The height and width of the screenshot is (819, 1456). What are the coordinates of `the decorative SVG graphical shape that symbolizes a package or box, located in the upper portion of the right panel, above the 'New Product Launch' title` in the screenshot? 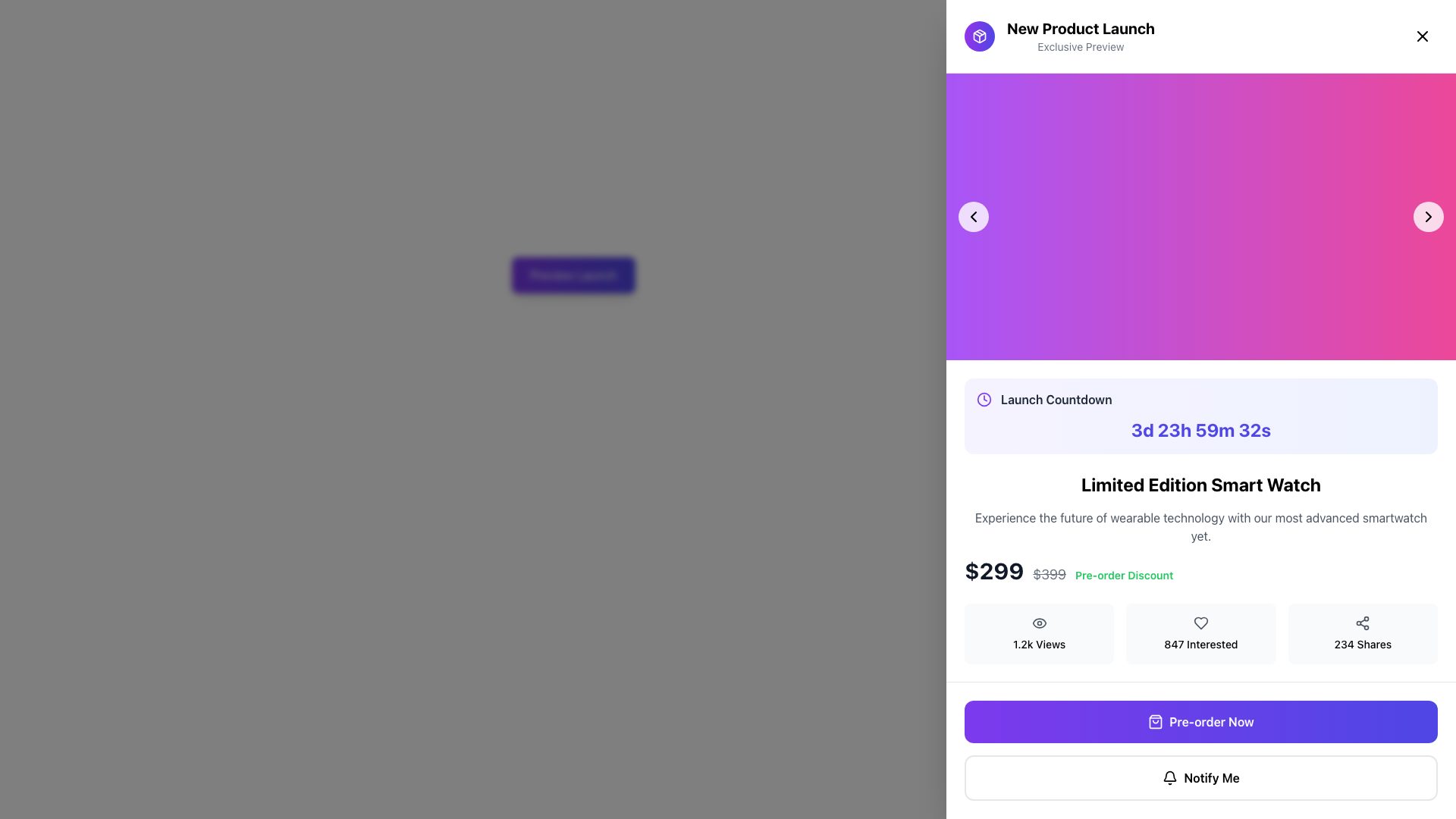 It's located at (979, 35).